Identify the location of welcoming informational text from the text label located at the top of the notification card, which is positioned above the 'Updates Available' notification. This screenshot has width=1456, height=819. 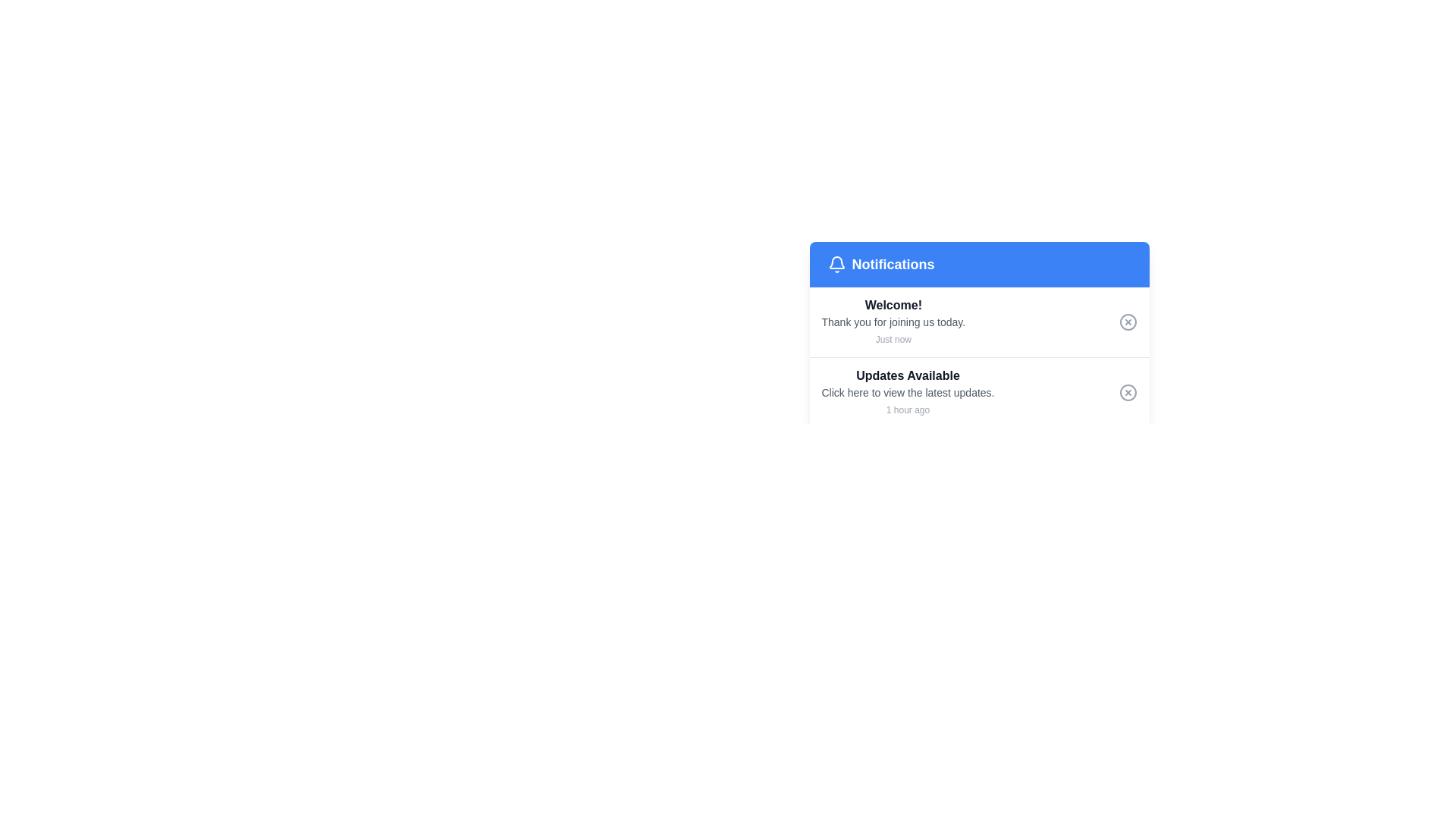
(893, 321).